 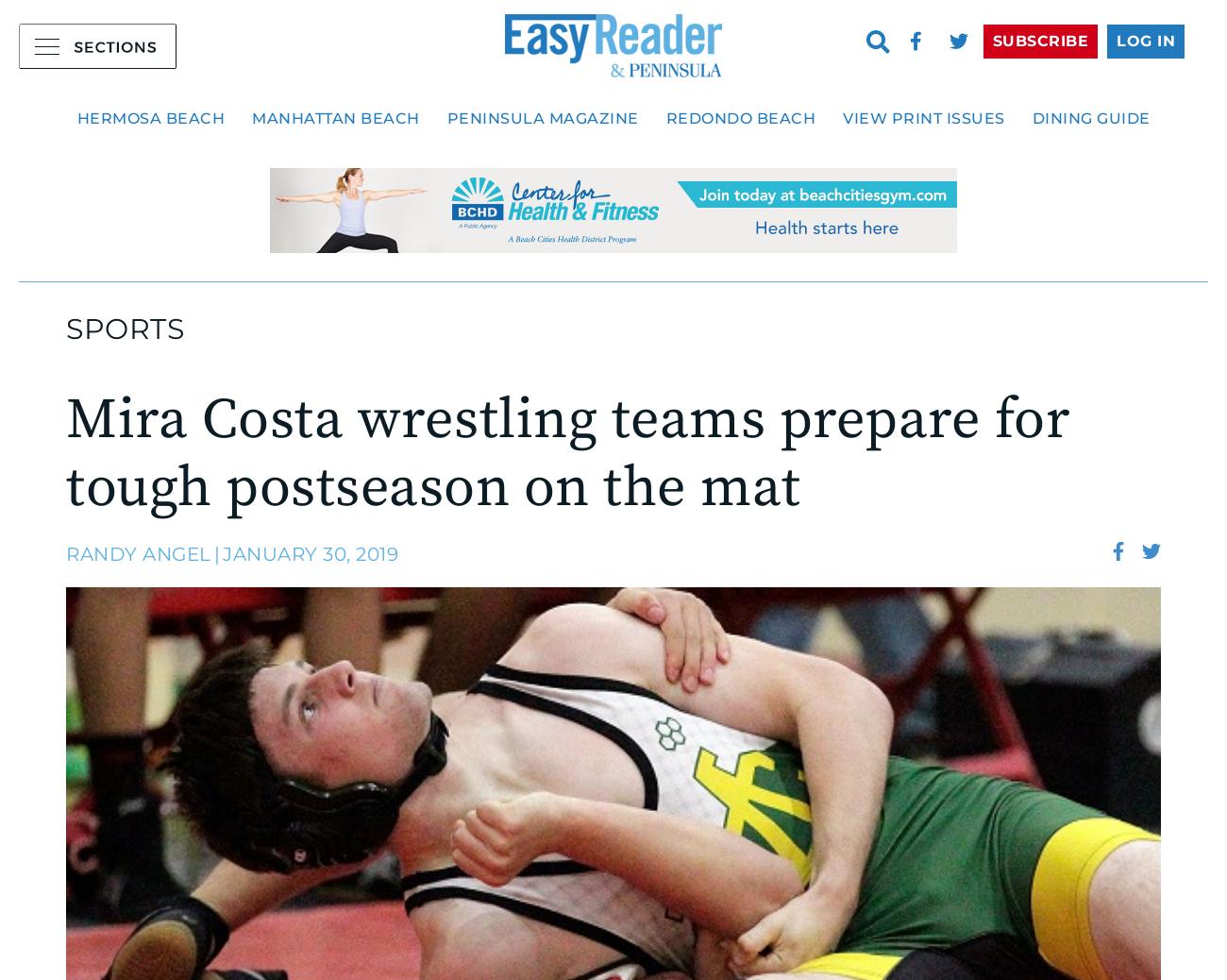 I want to click on 'Dining Guide', so click(x=1090, y=117).